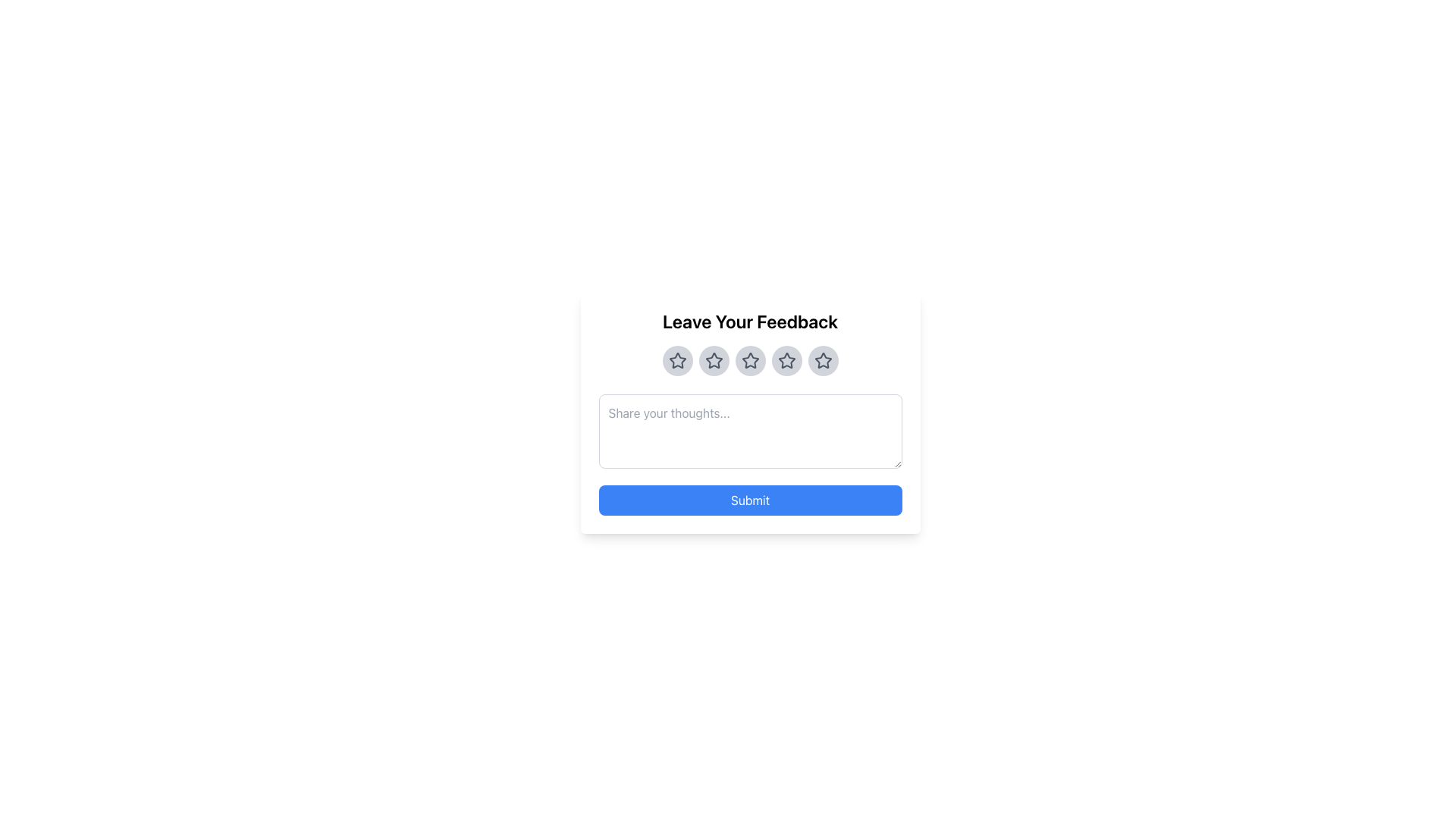 This screenshot has width=1456, height=819. Describe the element at coordinates (676, 359) in the screenshot. I see `the first rating star icon, which is a hollow star located below the 'Leave Your Feedback' heading` at that location.